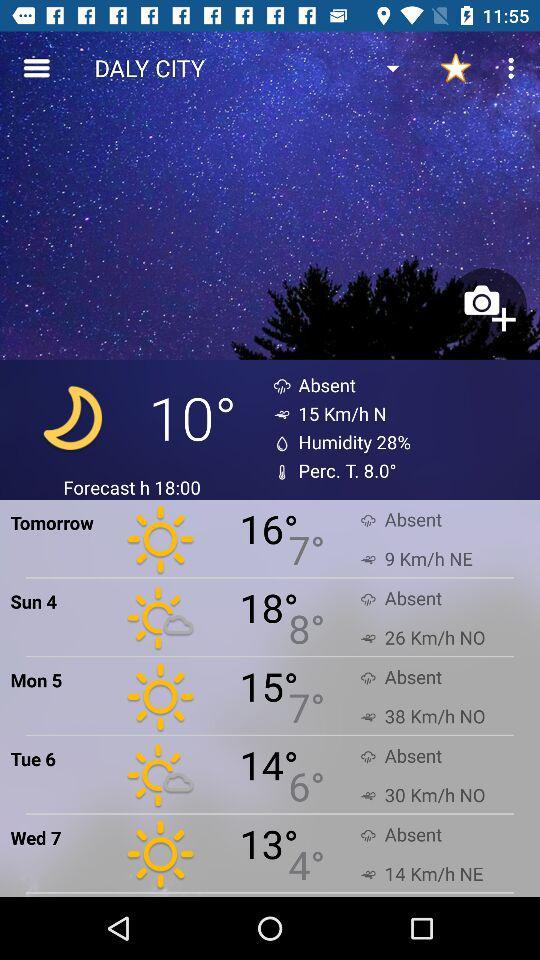  What do you see at coordinates (486, 307) in the screenshot?
I see `the photo icon` at bounding box center [486, 307].